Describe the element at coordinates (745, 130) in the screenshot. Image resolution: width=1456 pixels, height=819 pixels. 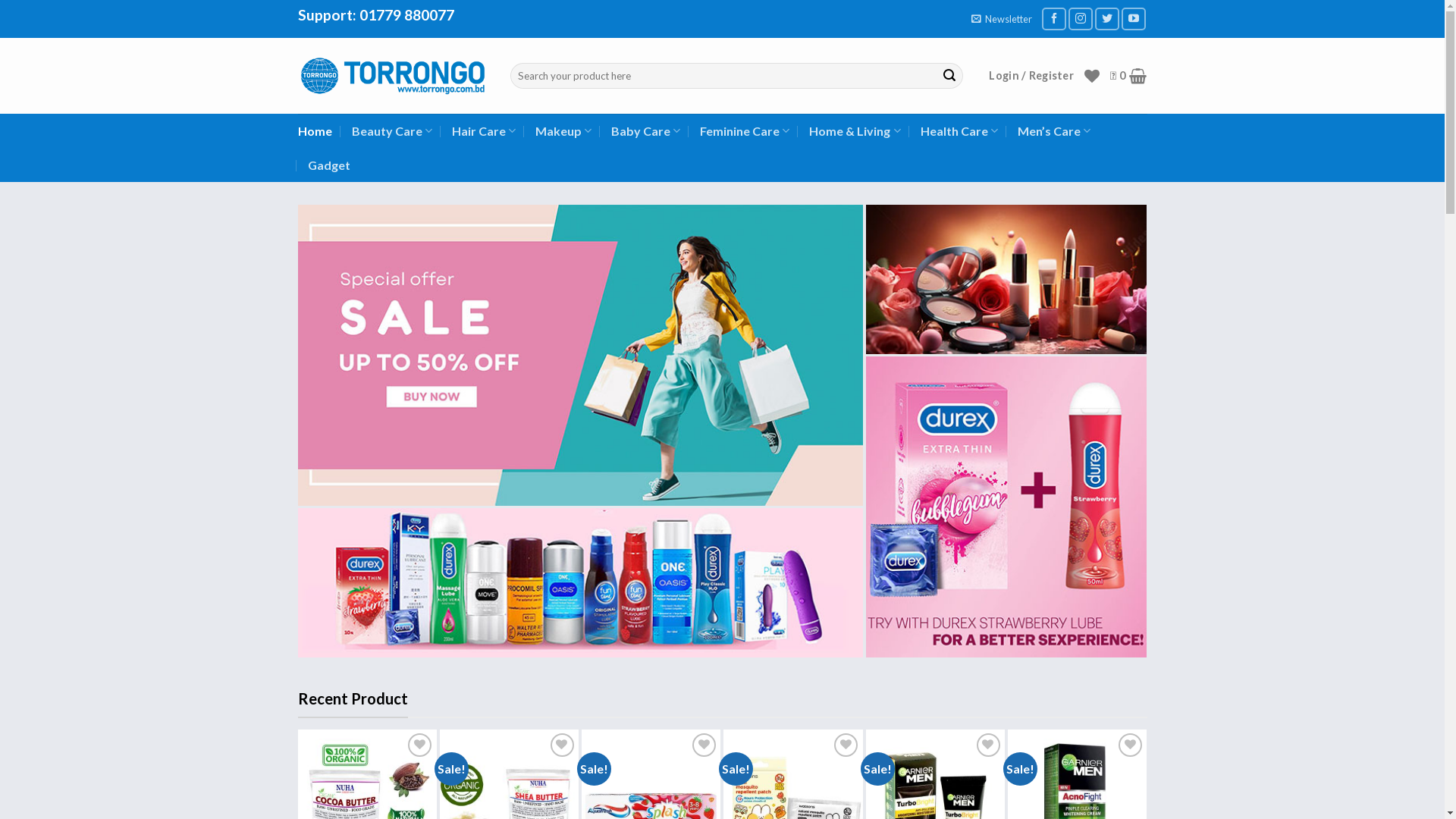
I see `'Feminine Care'` at that location.